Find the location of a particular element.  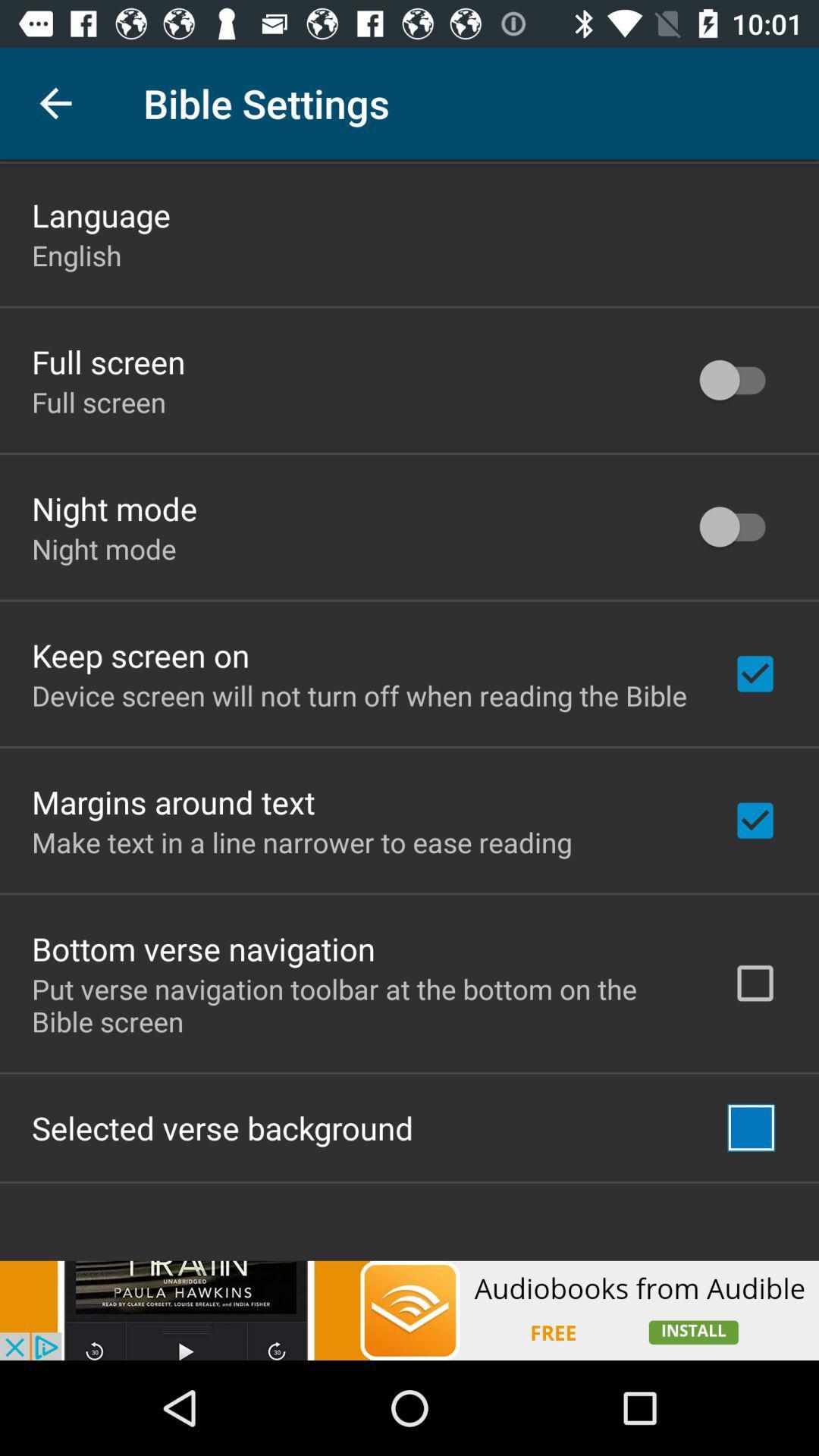

interact with advertisement is located at coordinates (409, 1310).